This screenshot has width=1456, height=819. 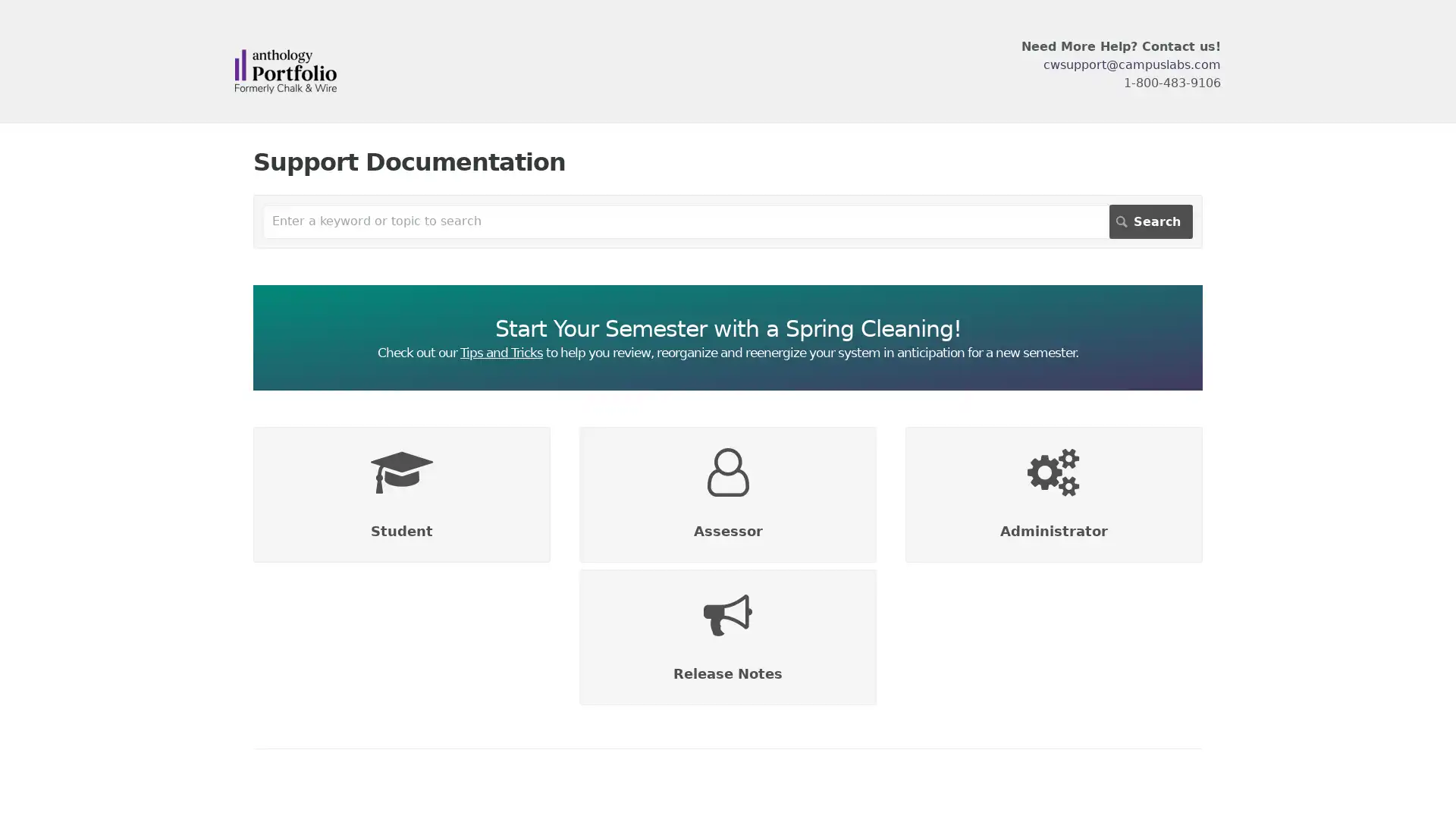 What do you see at coordinates (1150, 221) in the screenshot?
I see `Search` at bounding box center [1150, 221].